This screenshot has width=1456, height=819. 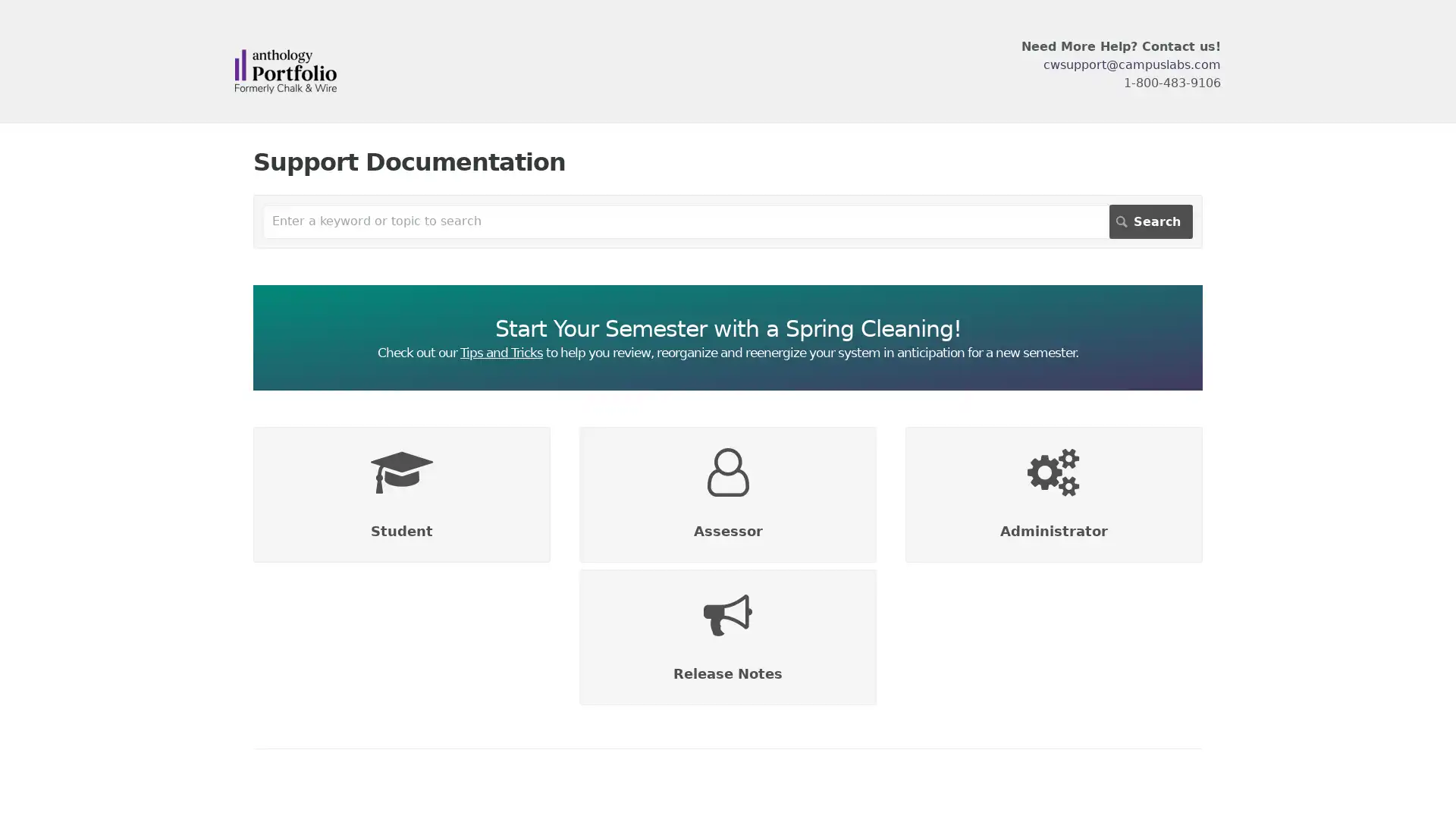 What do you see at coordinates (1150, 221) in the screenshot?
I see `Search` at bounding box center [1150, 221].